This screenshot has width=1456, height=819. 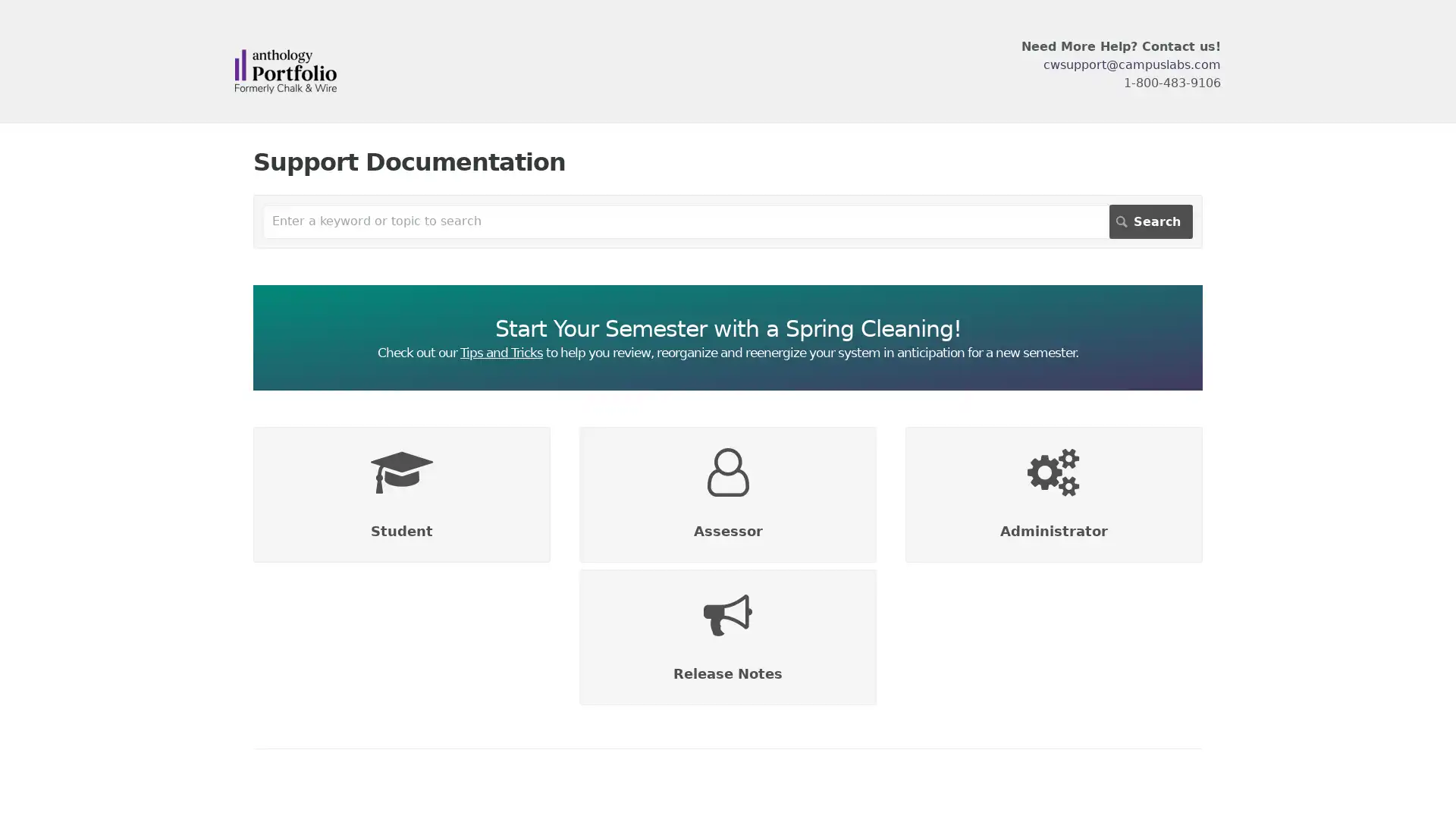 What do you see at coordinates (1150, 221) in the screenshot?
I see `Search` at bounding box center [1150, 221].